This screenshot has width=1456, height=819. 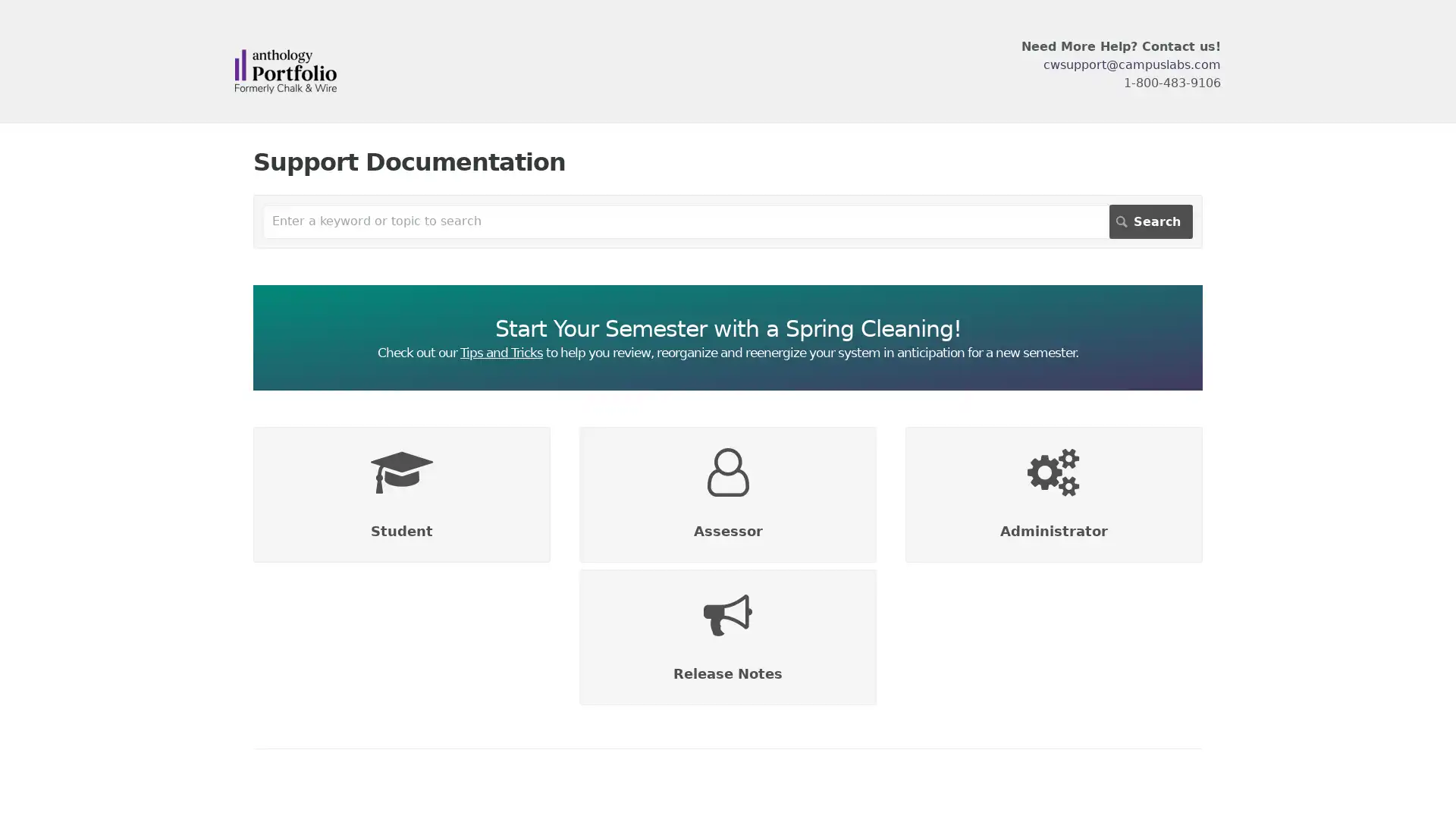 What do you see at coordinates (1150, 221) in the screenshot?
I see `Search` at bounding box center [1150, 221].